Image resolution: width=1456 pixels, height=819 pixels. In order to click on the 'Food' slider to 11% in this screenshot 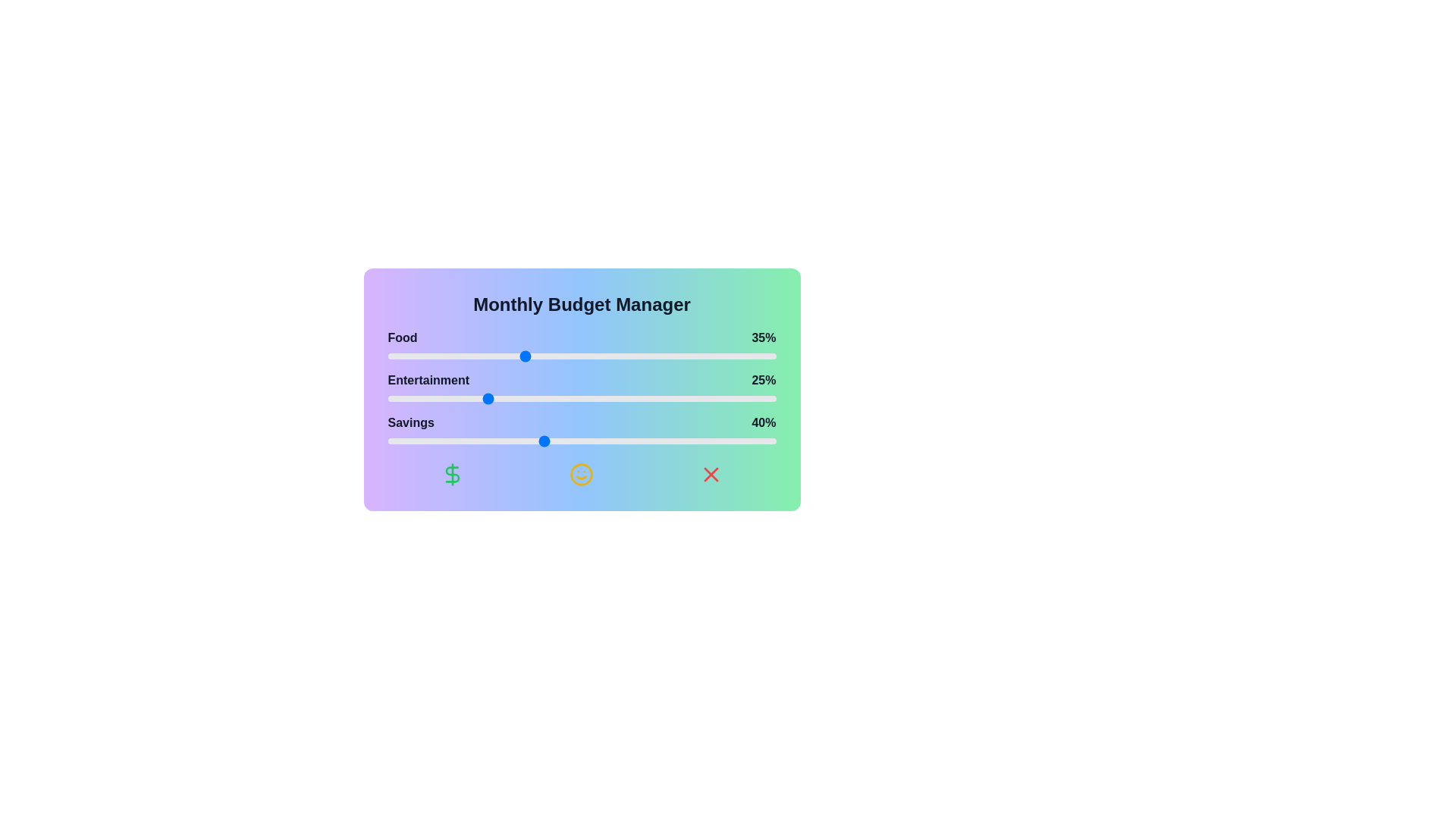, I will do `click(429, 356)`.